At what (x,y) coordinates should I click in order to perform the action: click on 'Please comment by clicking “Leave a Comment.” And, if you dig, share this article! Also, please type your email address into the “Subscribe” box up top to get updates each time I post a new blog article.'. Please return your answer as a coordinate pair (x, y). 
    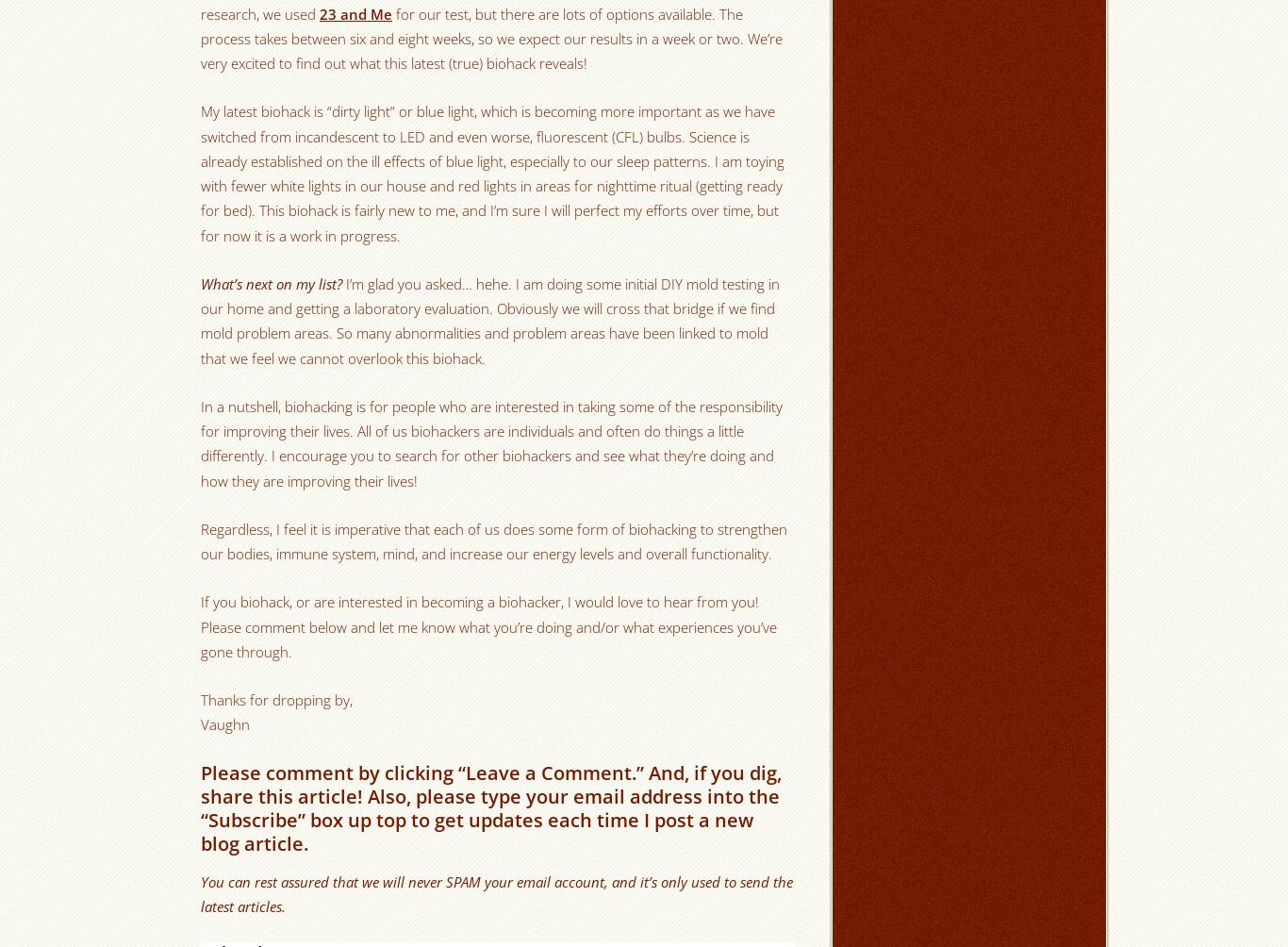
    Looking at the image, I should click on (490, 807).